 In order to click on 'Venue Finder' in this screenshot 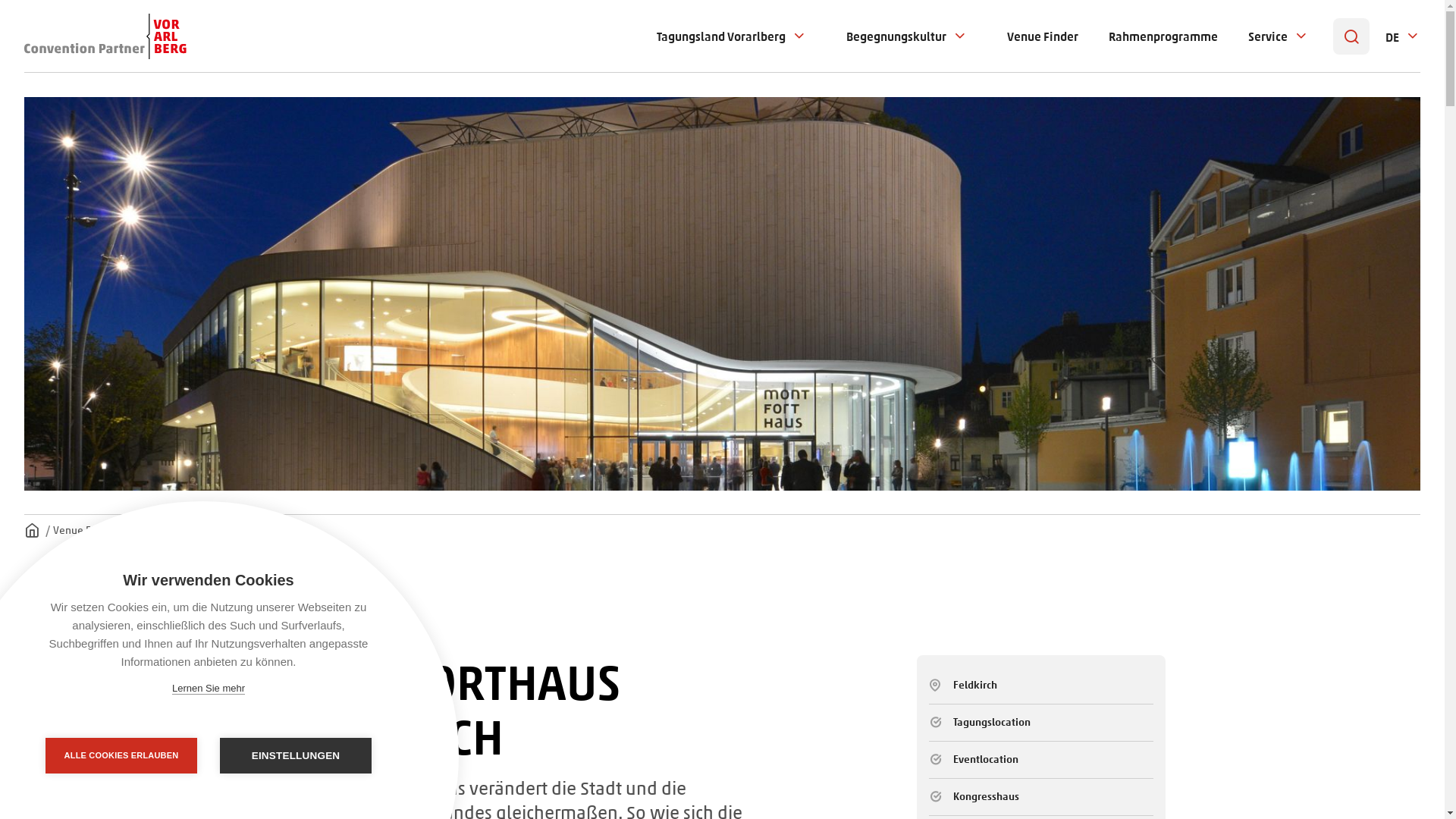, I will do `click(83, 529)`.